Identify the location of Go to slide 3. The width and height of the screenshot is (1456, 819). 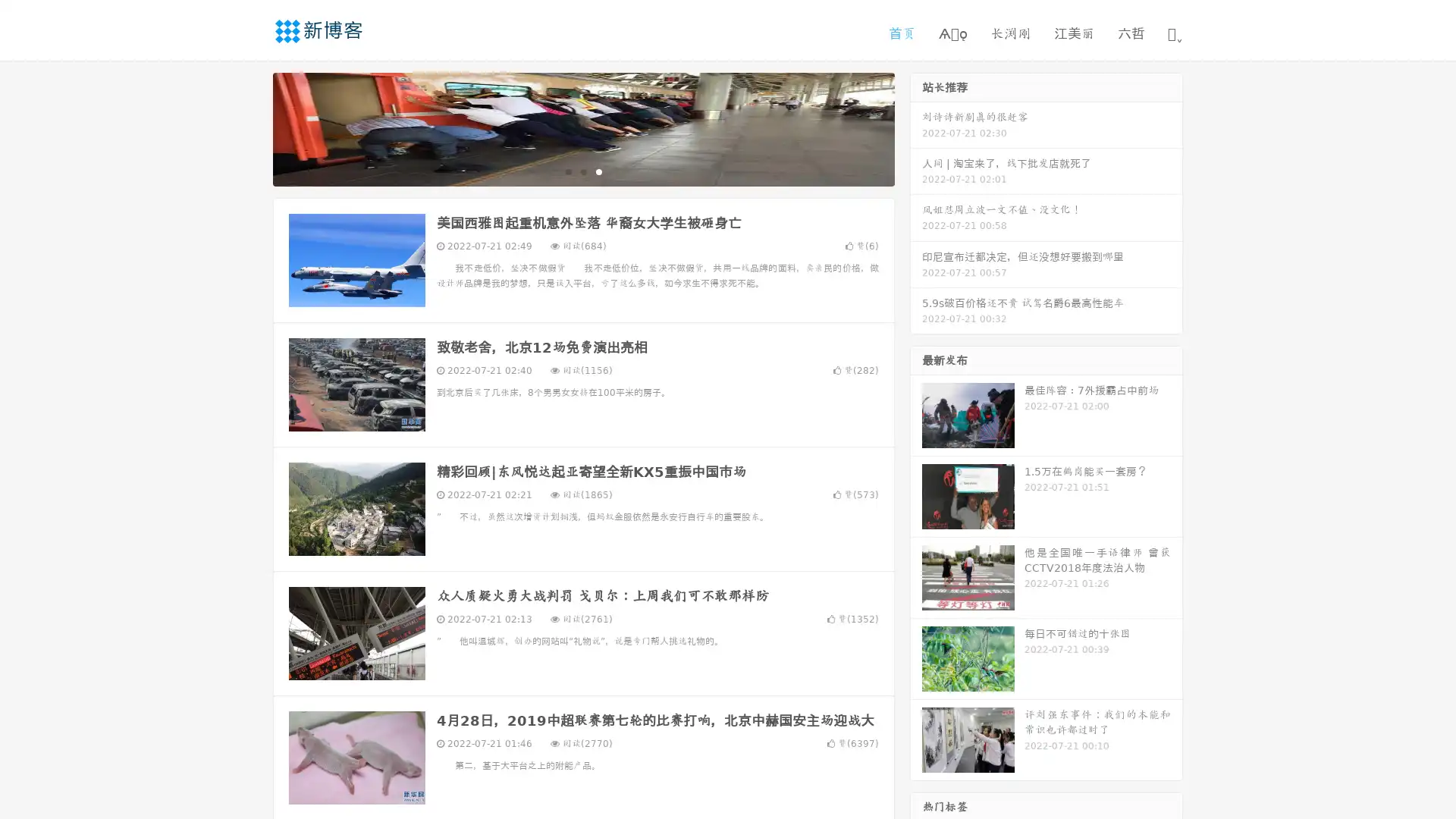
(598, 171).